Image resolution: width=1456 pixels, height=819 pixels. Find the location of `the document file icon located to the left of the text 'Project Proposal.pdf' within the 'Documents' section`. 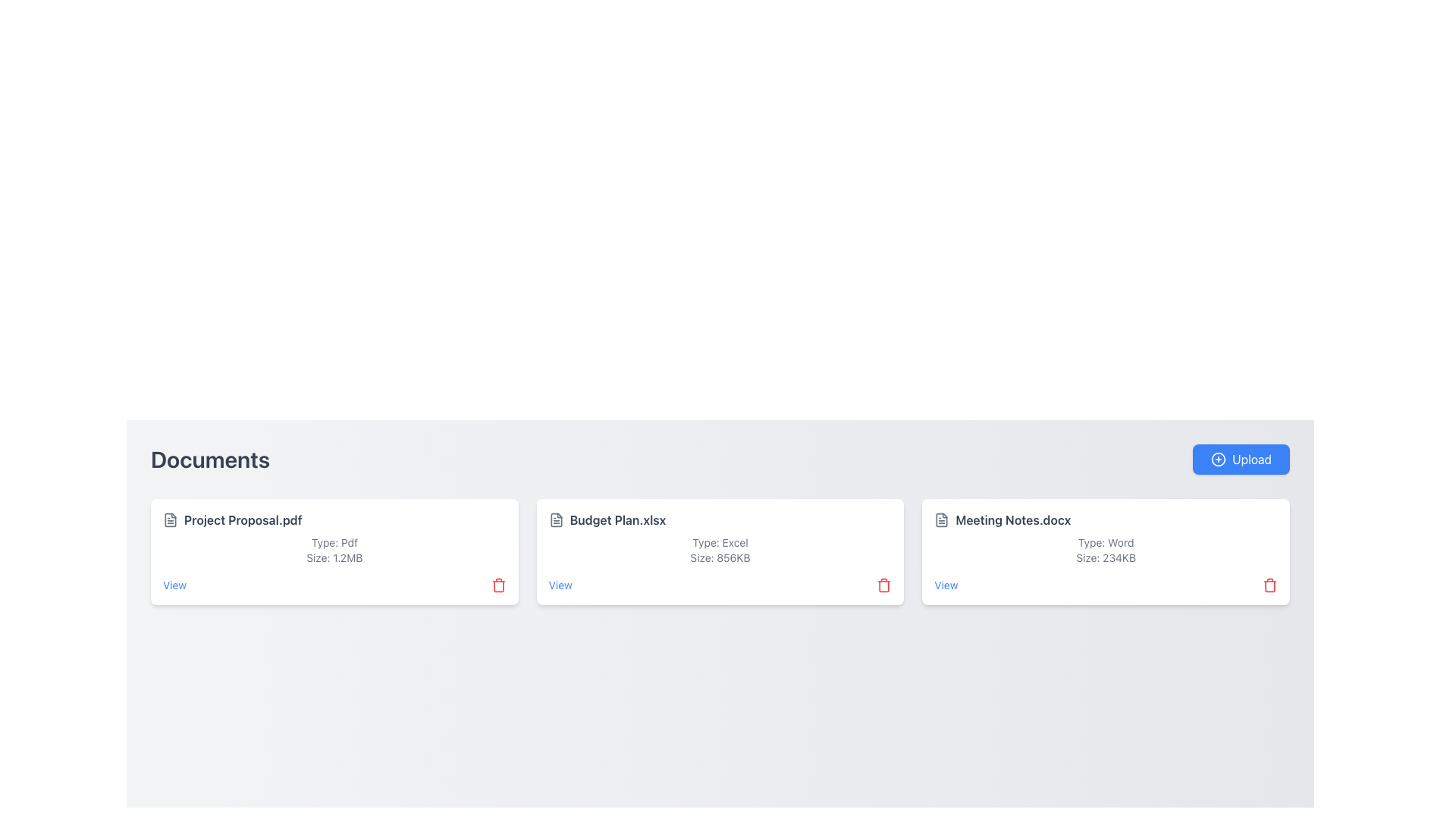

the document file icon located to the left of the text 'Project Proposal.pdf' within the 'Documents' section is located at coordinates (171, 519).